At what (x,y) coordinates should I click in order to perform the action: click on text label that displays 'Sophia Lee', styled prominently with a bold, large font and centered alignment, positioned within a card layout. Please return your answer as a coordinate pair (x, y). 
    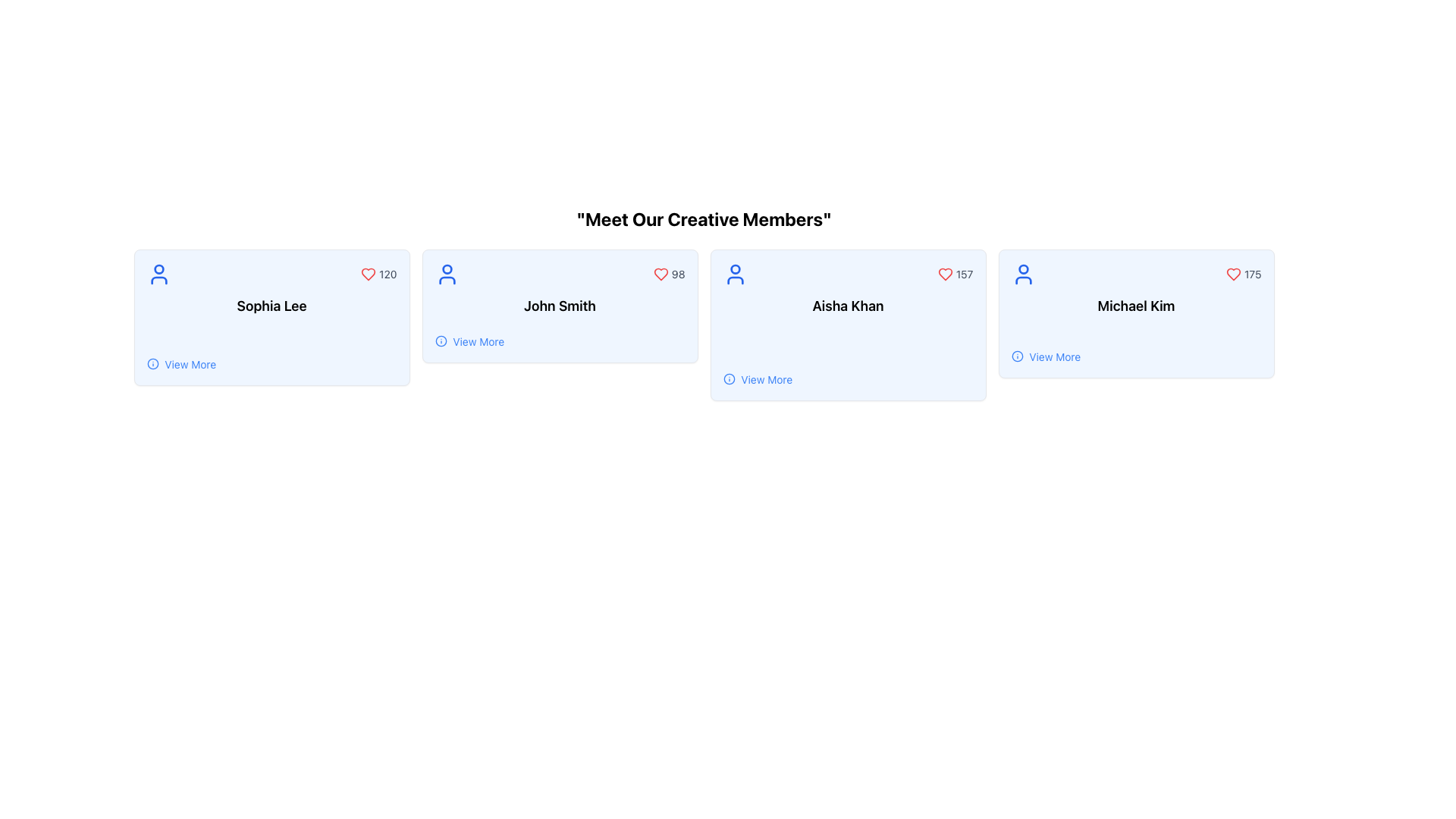
    Looking at the image, I should click on (271, 306).